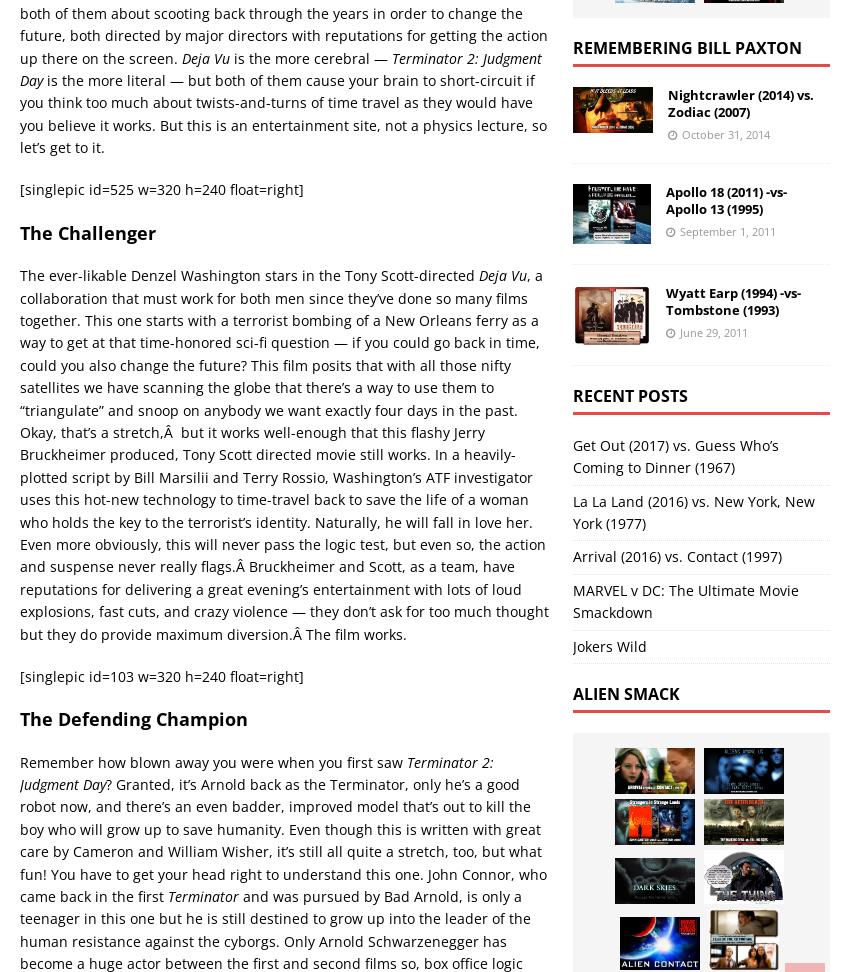  I want to click on 'Comedy', so click(184, 342).